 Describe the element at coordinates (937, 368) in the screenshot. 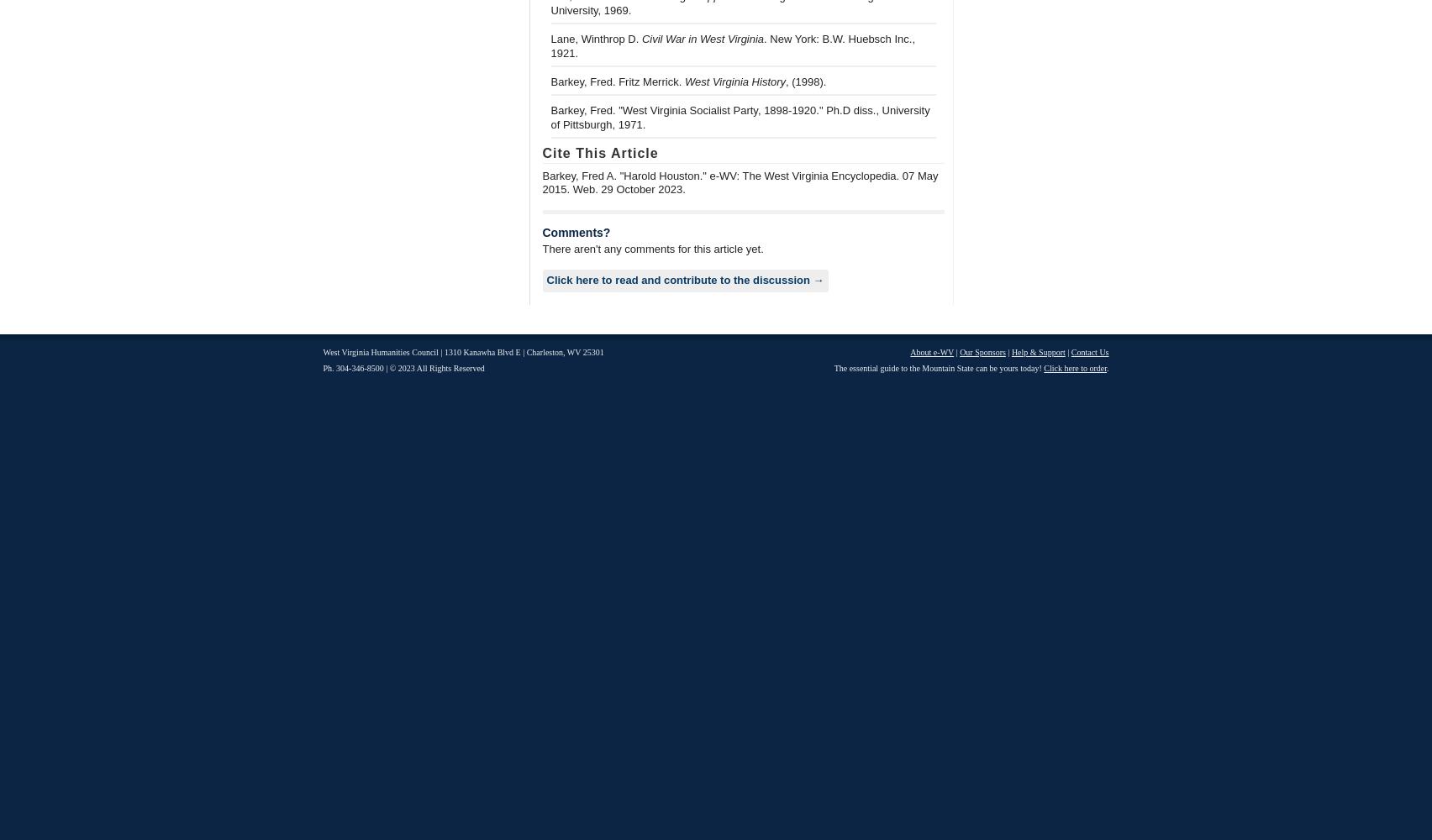

I see `'The essential guide to the Mountain State can be yours today!'` at that location.